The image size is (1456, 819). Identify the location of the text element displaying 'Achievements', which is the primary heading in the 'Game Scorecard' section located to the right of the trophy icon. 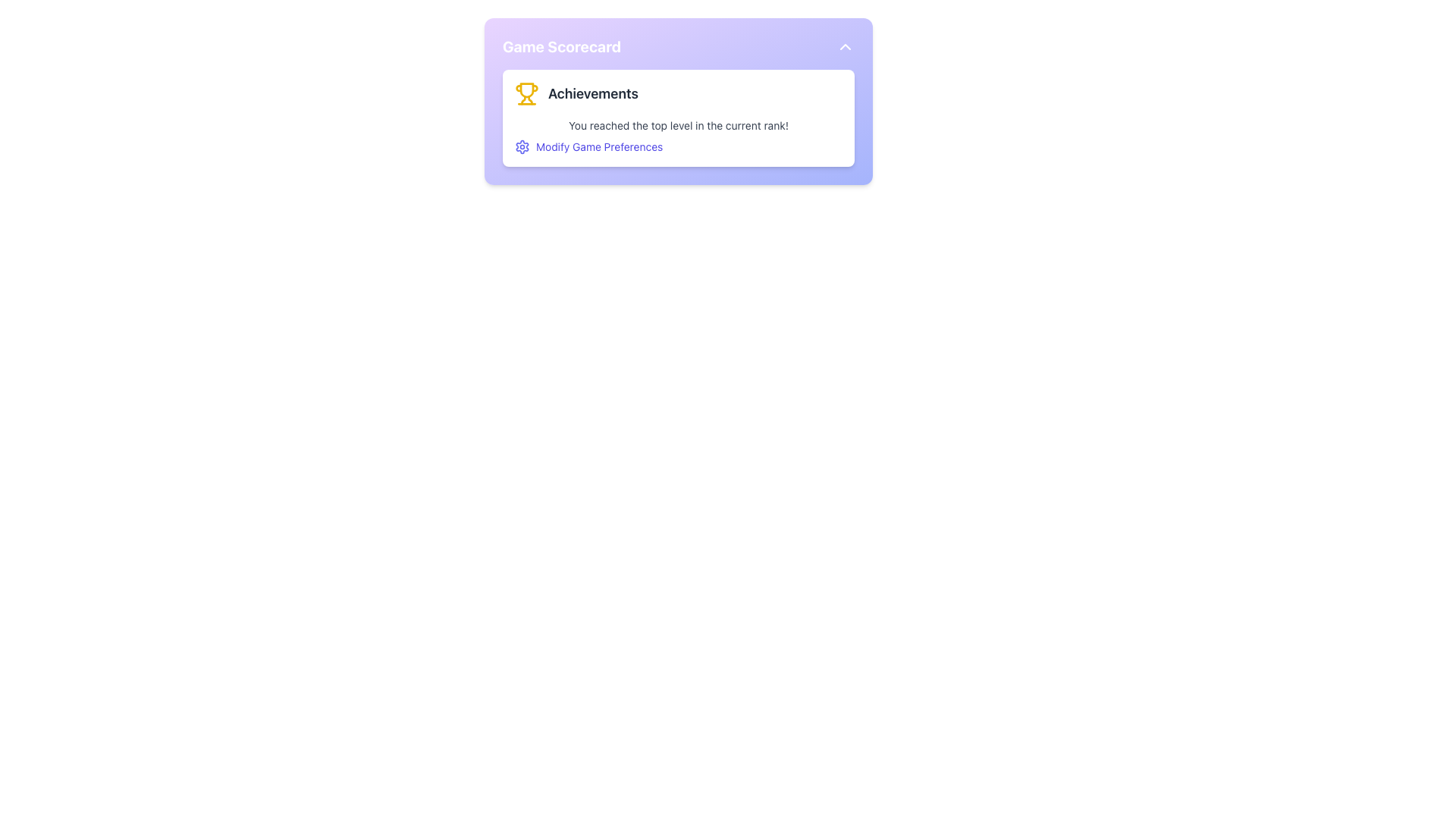
(592, 93).